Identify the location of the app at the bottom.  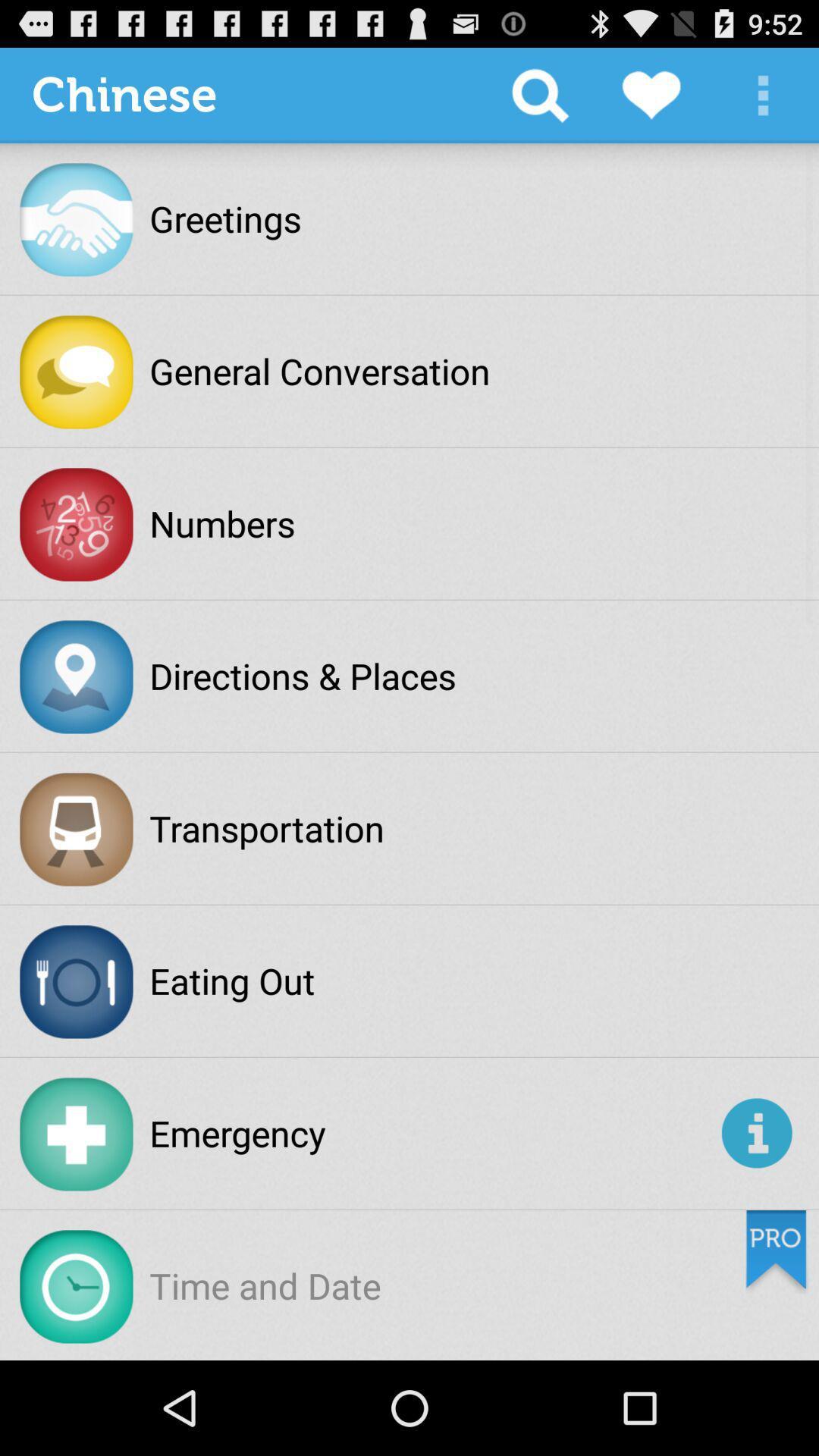
(432, 1133).